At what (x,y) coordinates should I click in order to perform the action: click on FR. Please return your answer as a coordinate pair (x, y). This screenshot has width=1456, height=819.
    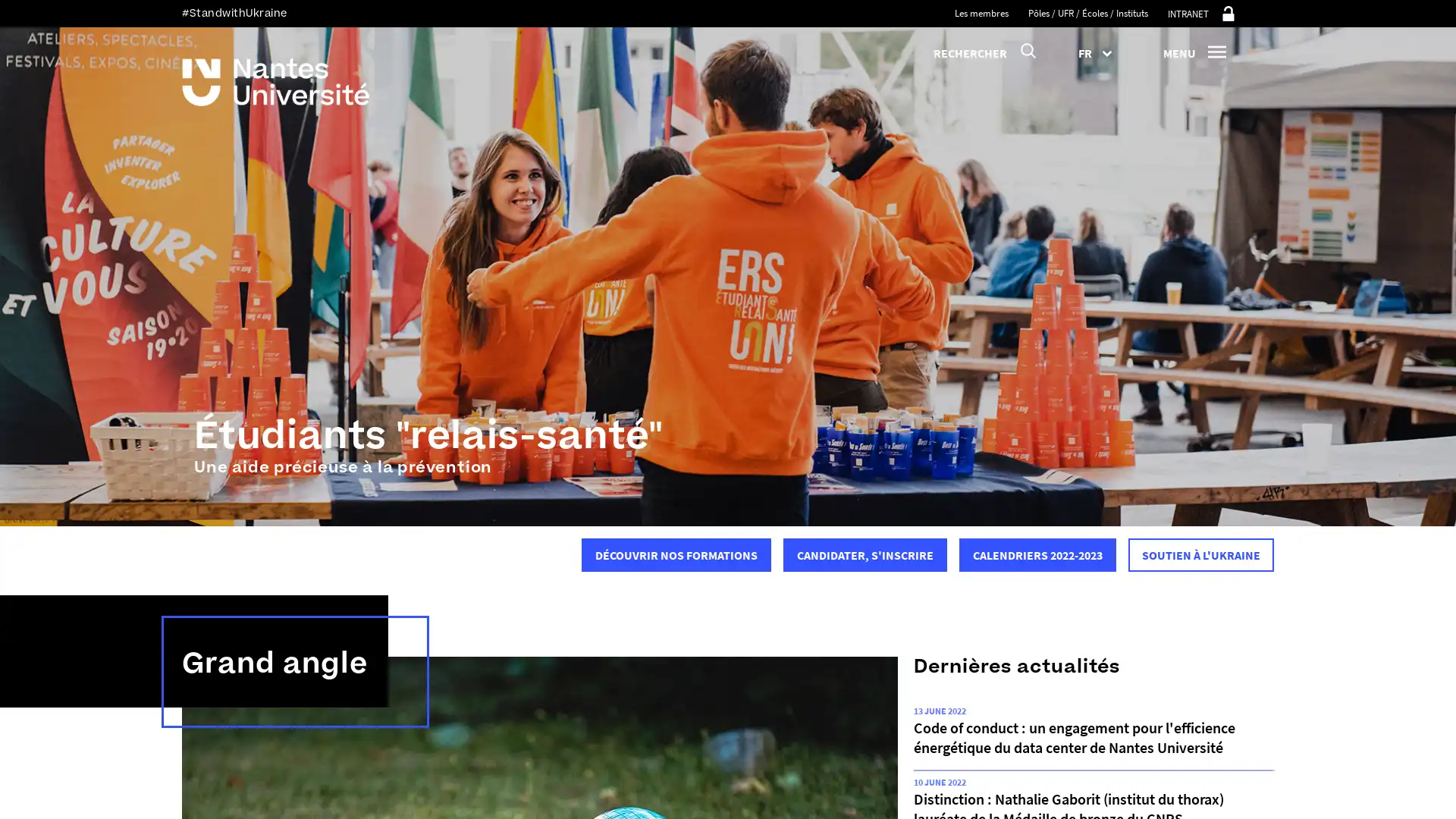
    Looking at the image, I should click on (1100, 51).